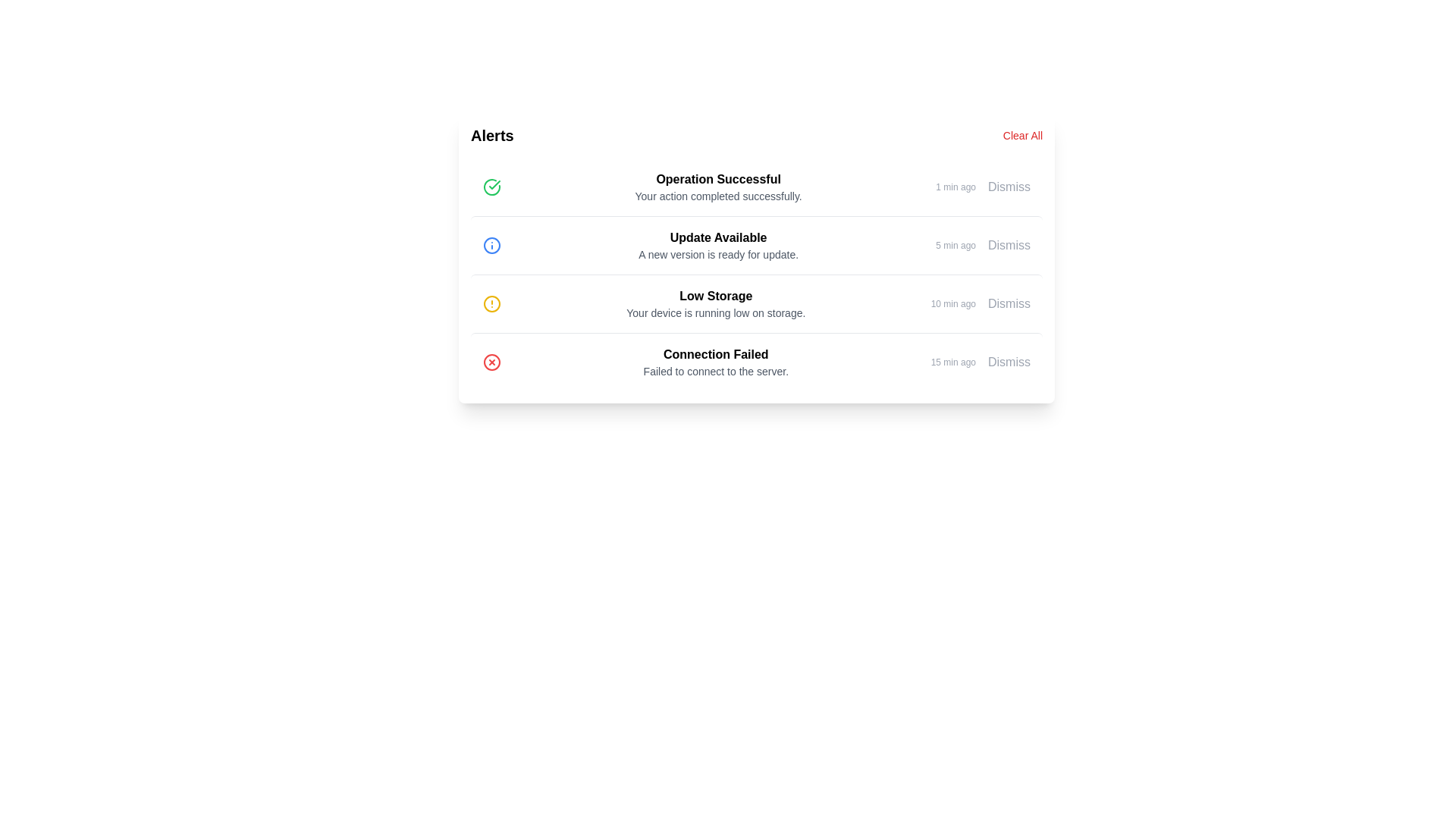 Image resolution: width=1456 pixels, height=819 pixels. What do you see at coordinates (715, 296) in the screenshot?
I see `the text label that serves as the title for the third notification in the 'Alerts' section, which informs the user about system status` at bounding box center [715, 296].